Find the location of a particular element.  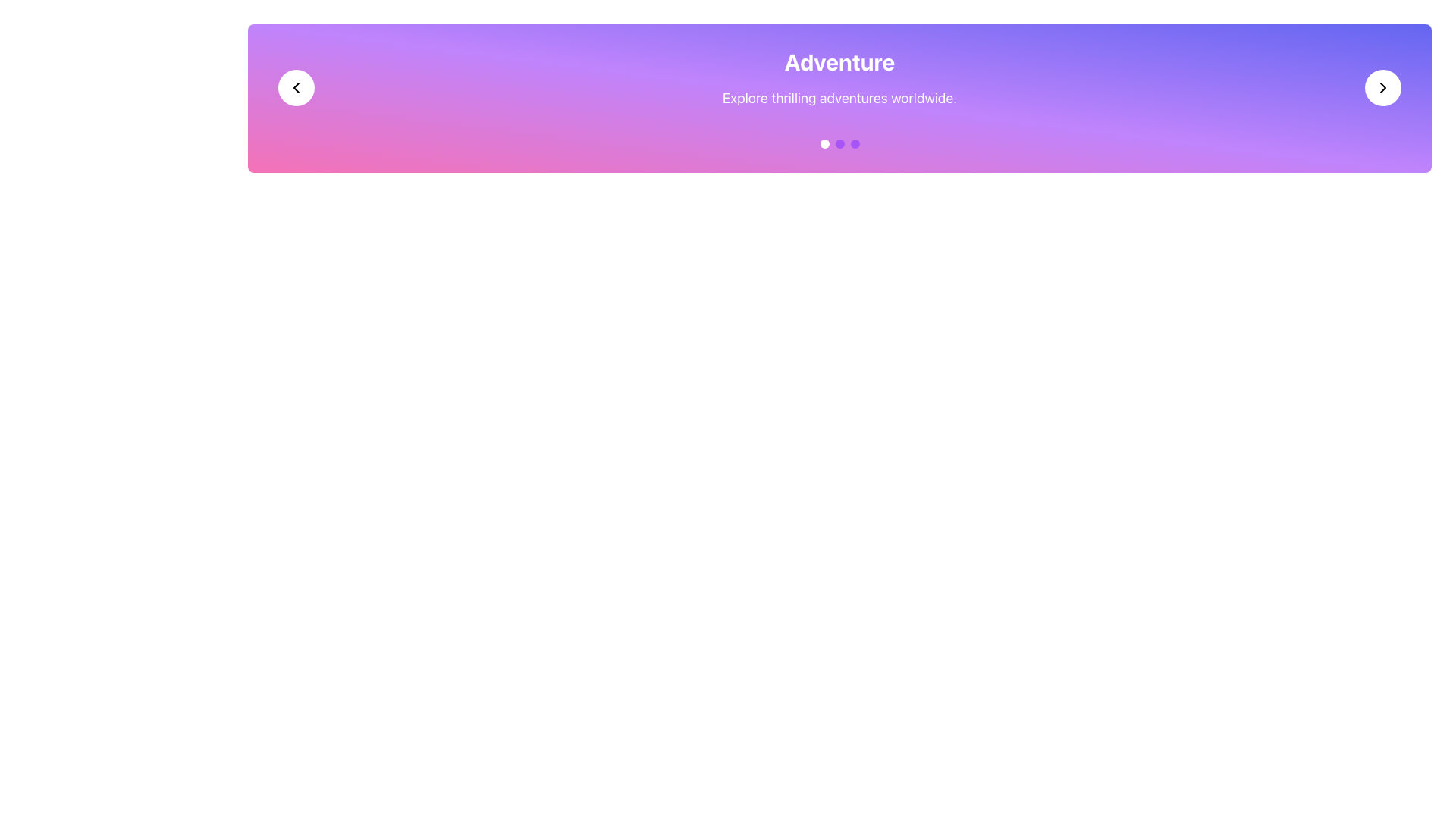

the navigation button located at the far-right side of the horizontal navigation section to advance to the next item is located at coordinates (1383, 87).